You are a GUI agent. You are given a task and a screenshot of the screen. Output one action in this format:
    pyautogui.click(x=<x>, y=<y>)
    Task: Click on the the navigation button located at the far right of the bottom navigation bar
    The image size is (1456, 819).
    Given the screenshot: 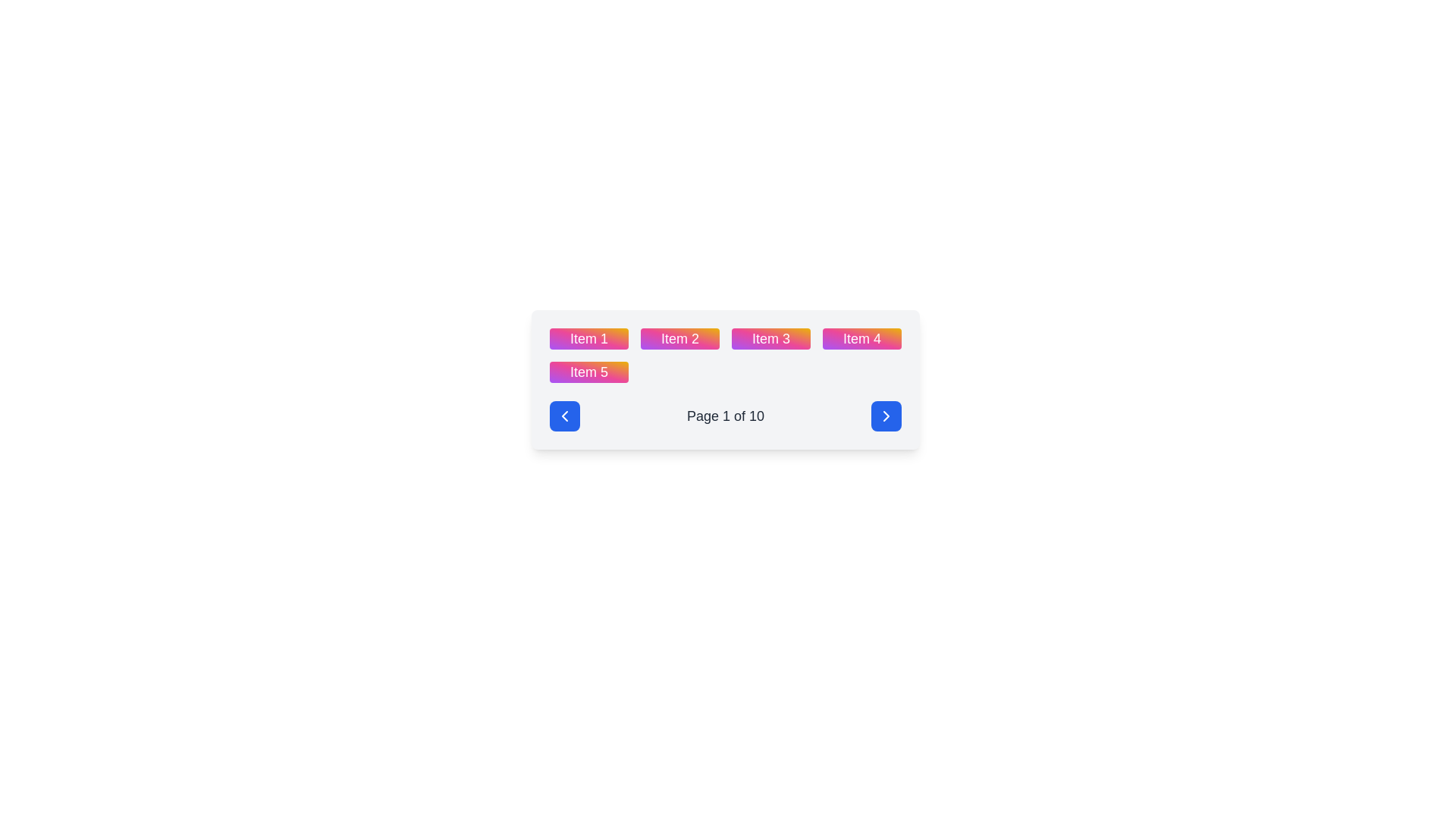 What is the action you would take?
    pyautogui.click(x=886, y=416)
    